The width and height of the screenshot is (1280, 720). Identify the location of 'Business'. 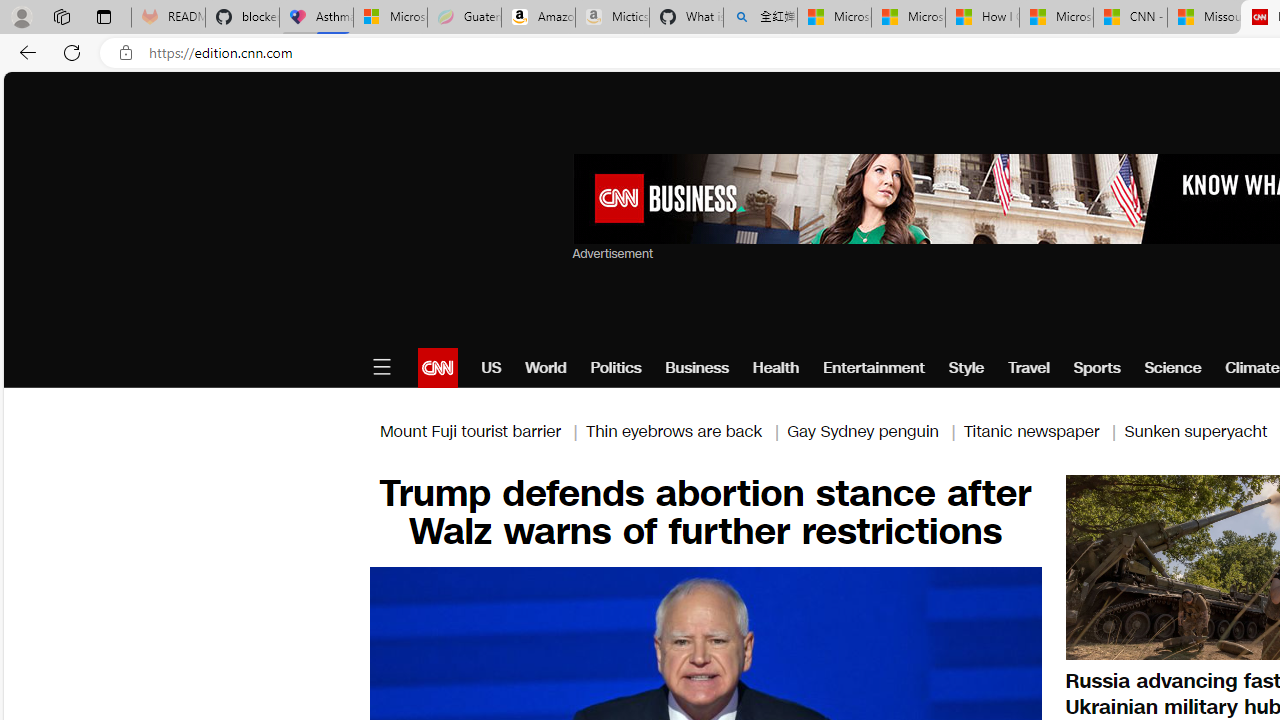
(697, 367).